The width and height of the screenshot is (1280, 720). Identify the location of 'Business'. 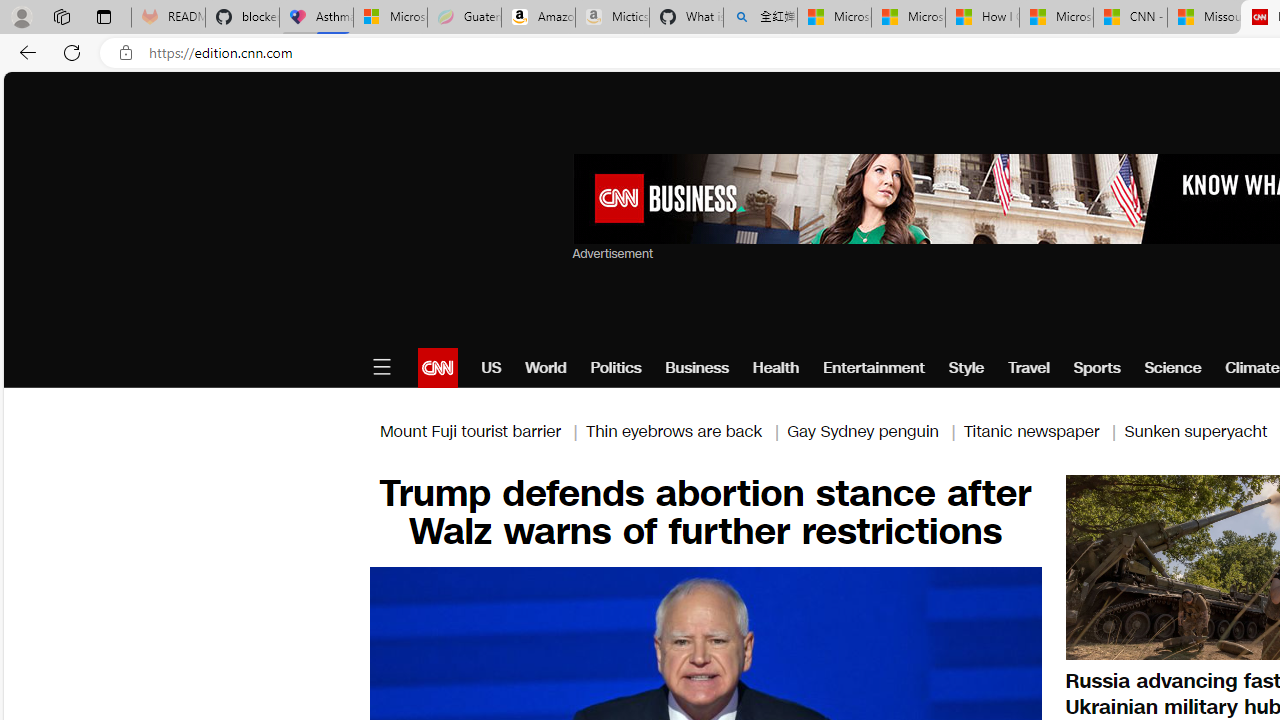
(697, 367).